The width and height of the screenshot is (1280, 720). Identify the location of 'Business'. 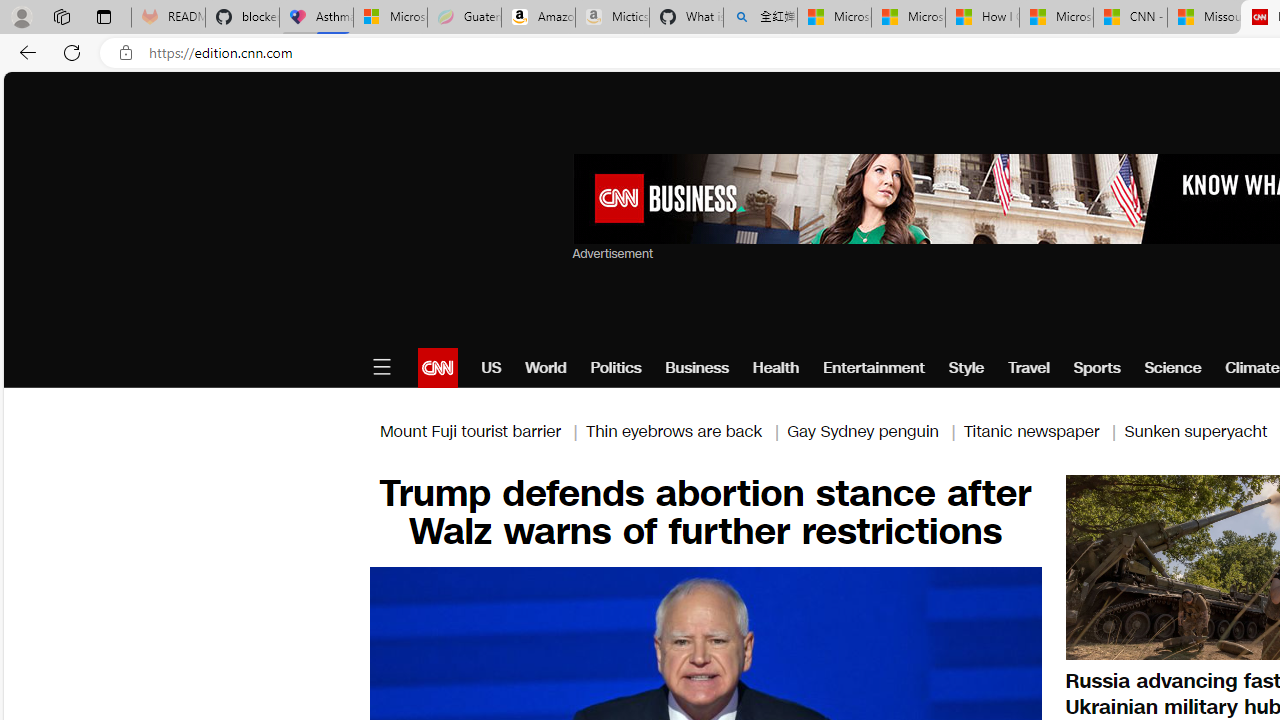
(697, 367).